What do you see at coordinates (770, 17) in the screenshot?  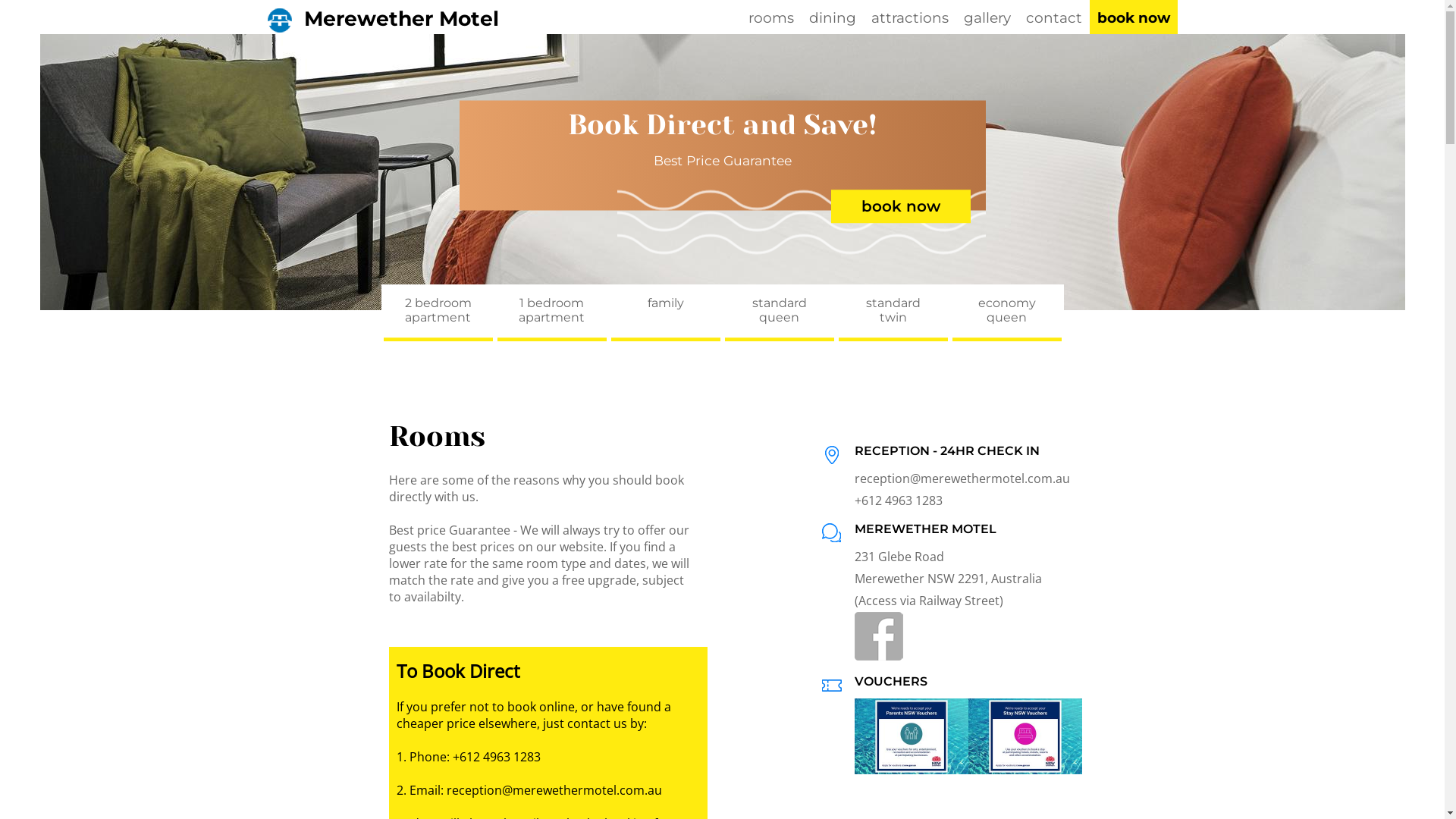 I see `'rooms'` at bounding box center [770, 17].